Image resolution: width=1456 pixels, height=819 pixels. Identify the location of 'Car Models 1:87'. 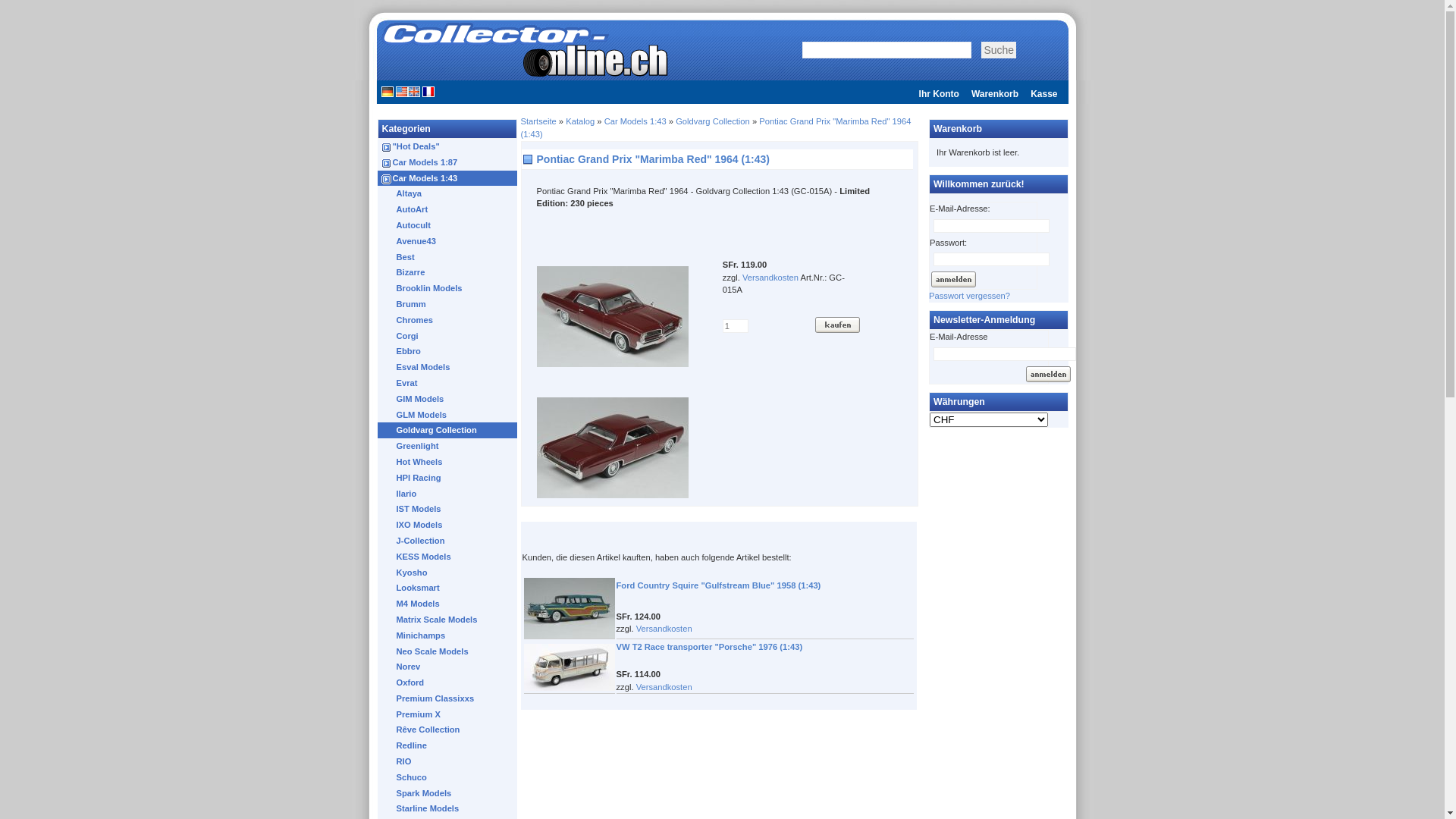
(450, 162).